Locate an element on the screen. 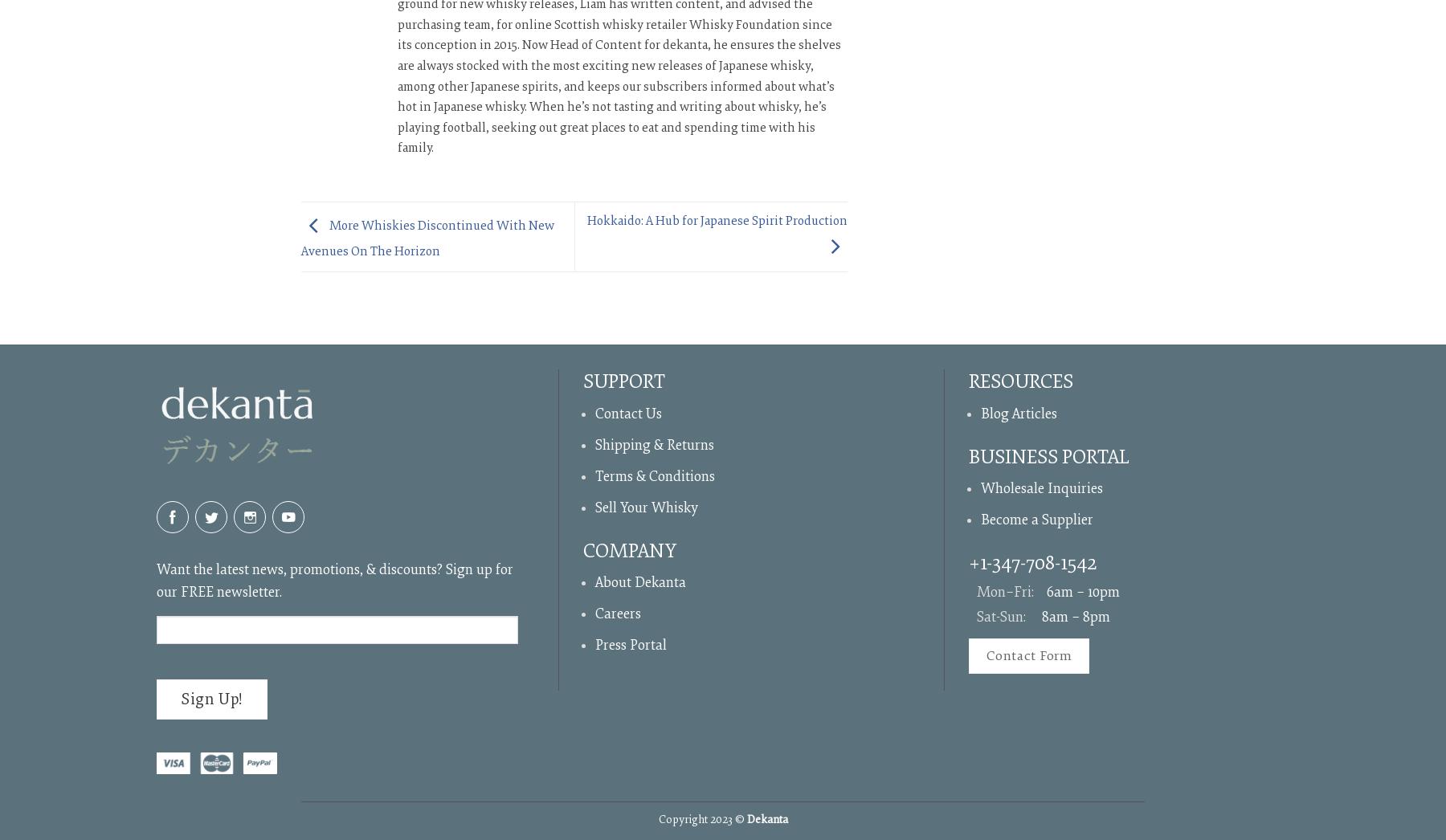 The height and width of the screenshot is (840, 1446). 'Wholesale Inquiries' is located at coordinates (1041, 488).